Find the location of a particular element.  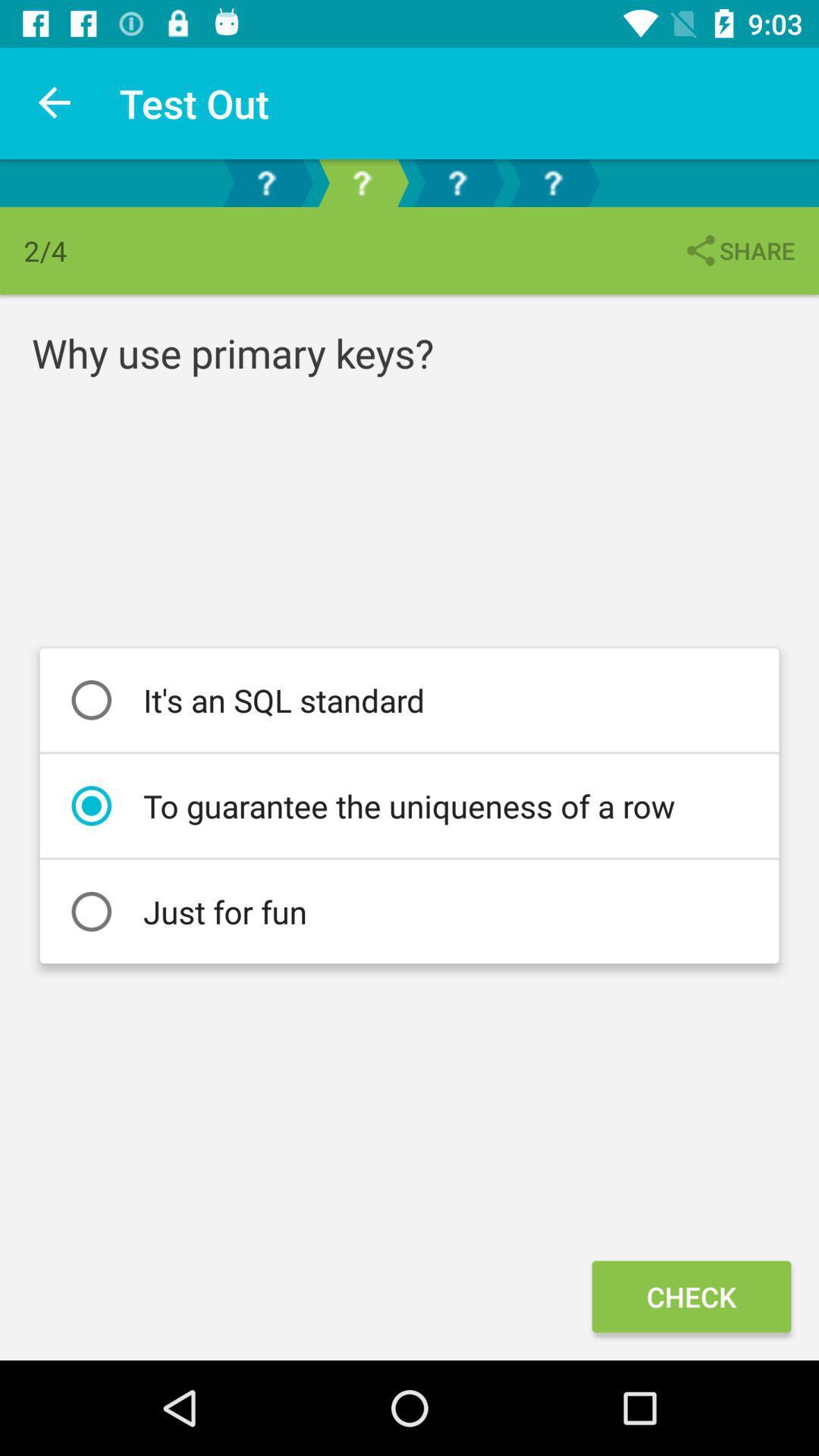

the help icon is located at coordinates (456, 182).